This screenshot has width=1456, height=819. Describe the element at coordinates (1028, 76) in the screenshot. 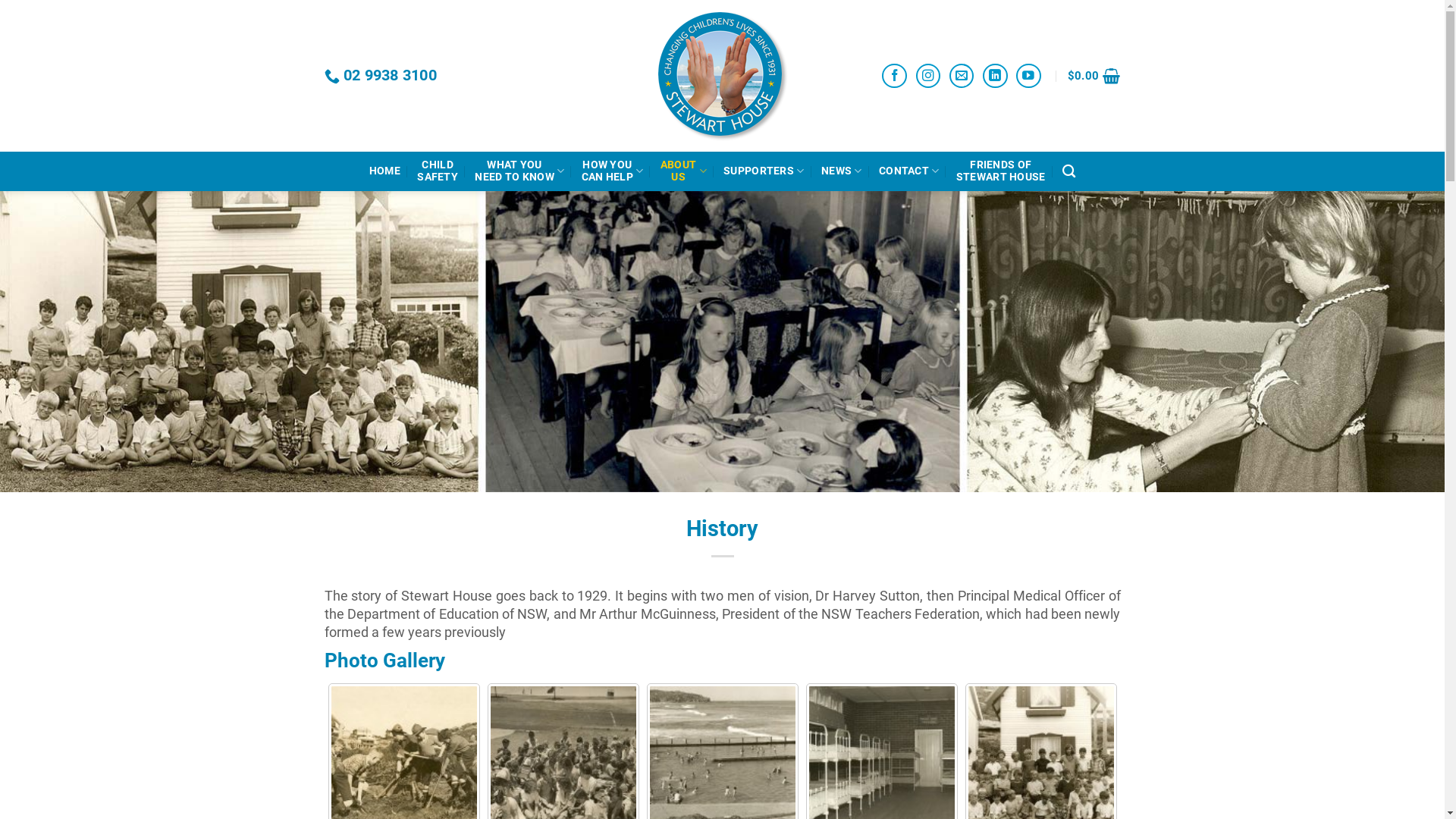

I see `'Follow on YouTube'` at that location.